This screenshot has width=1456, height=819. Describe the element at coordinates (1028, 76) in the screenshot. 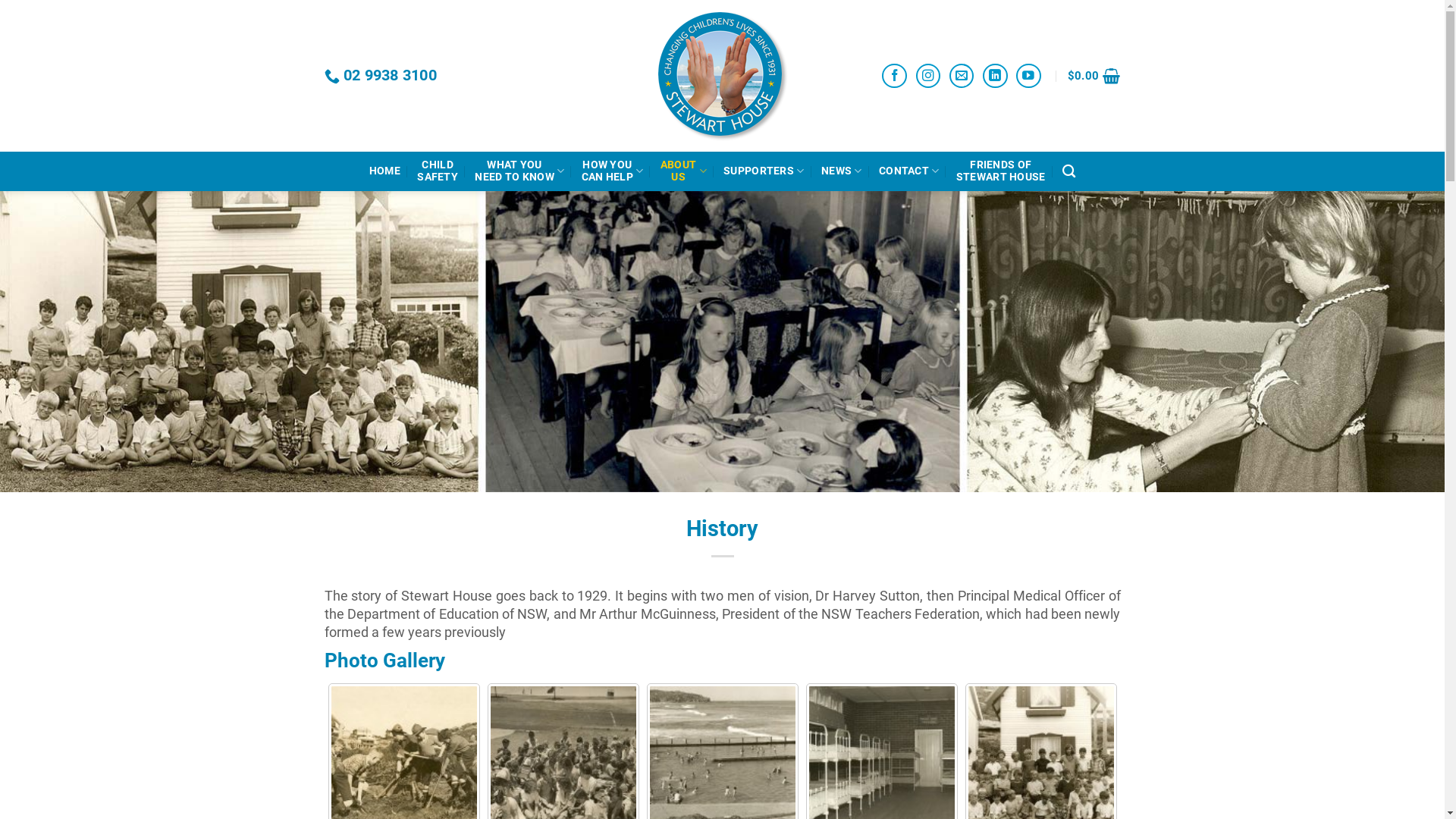

I see `'Follow on YouTube'` at that location.